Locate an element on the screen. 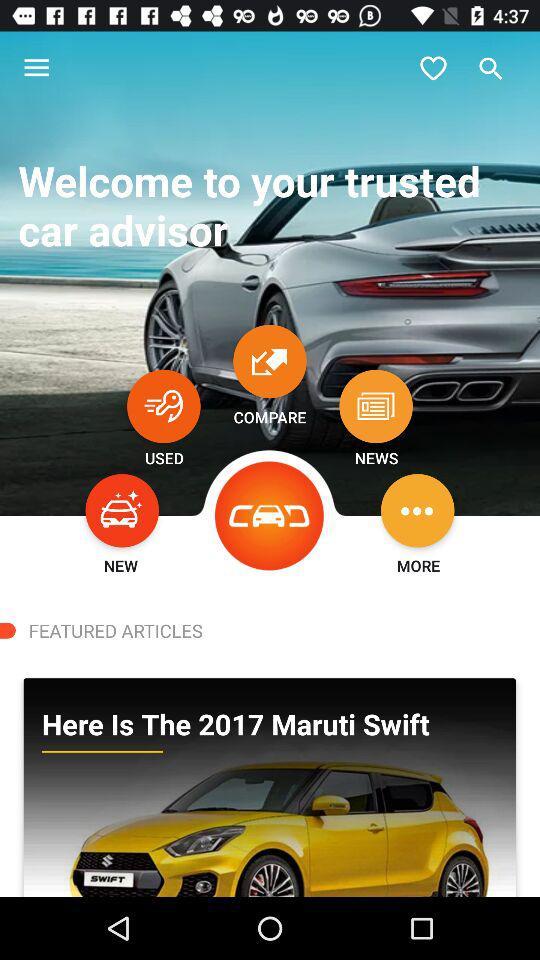  two options is located at coordinates (270, 360).